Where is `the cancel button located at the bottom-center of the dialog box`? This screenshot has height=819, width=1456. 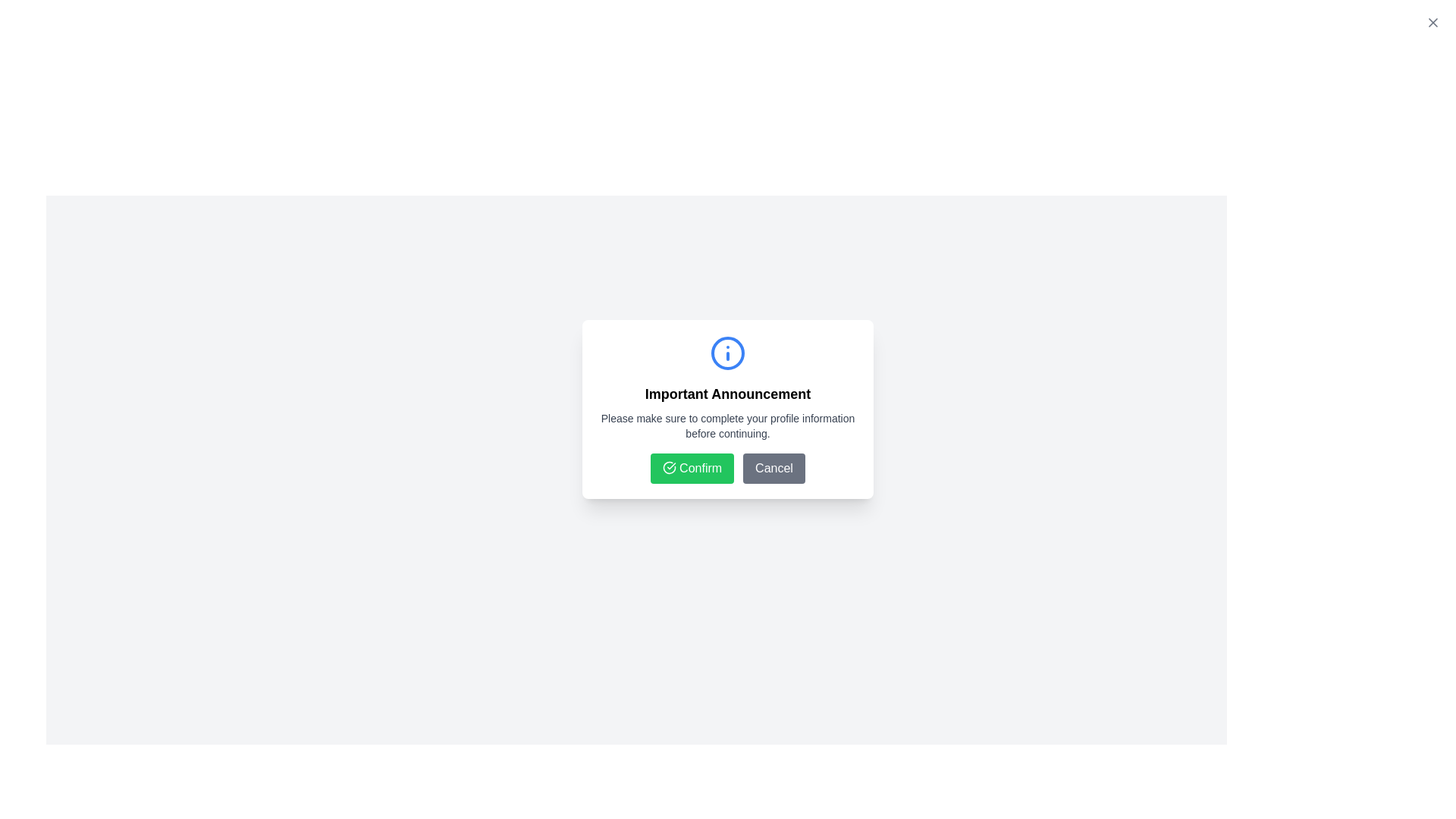
the cancel button located at the bottom-center of the dialog box is located at coordinates (774, 467).